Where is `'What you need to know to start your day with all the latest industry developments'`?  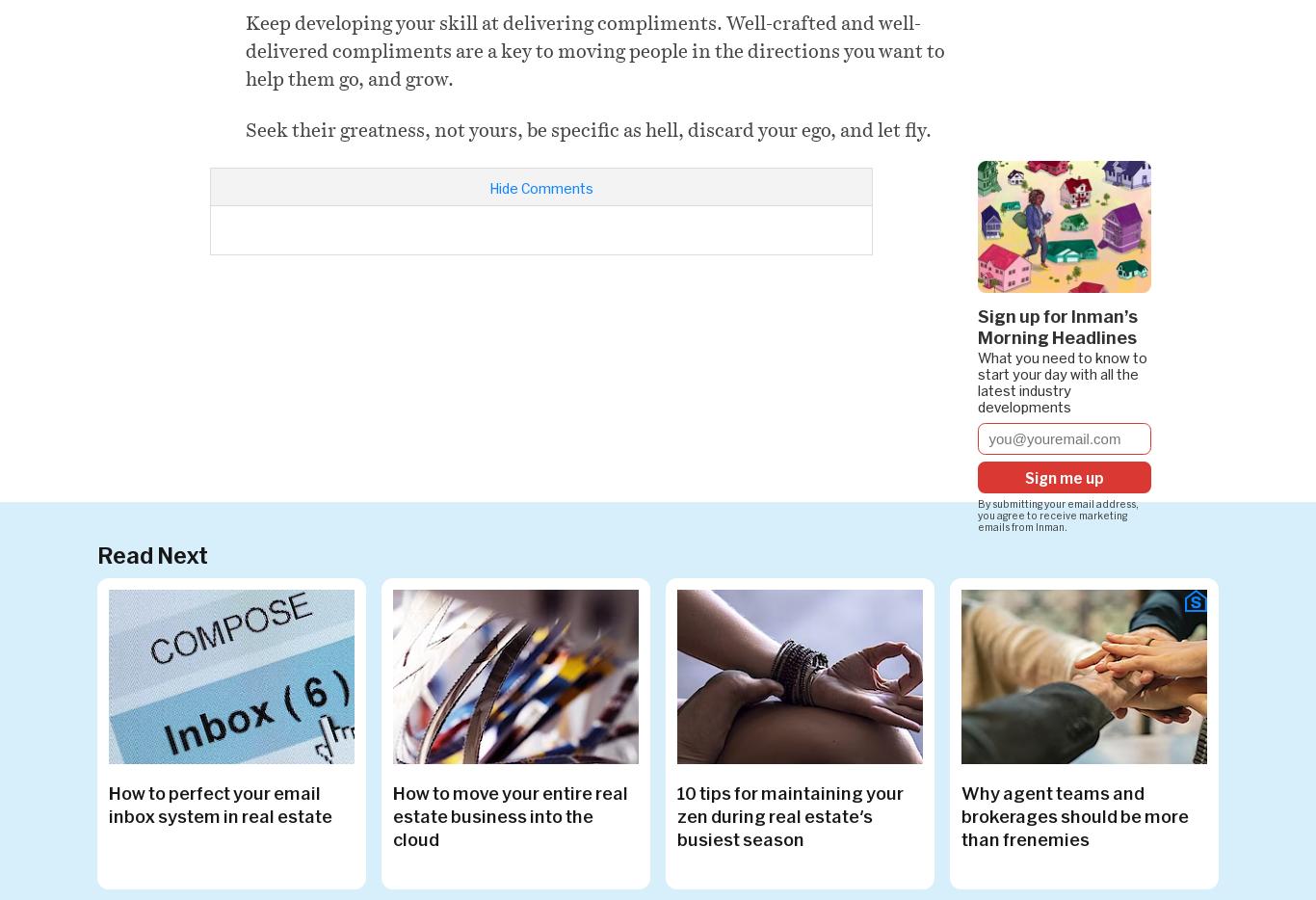 'What you need to know to start your day with all the latest industry developments' is located at coordinates (1062, 381).